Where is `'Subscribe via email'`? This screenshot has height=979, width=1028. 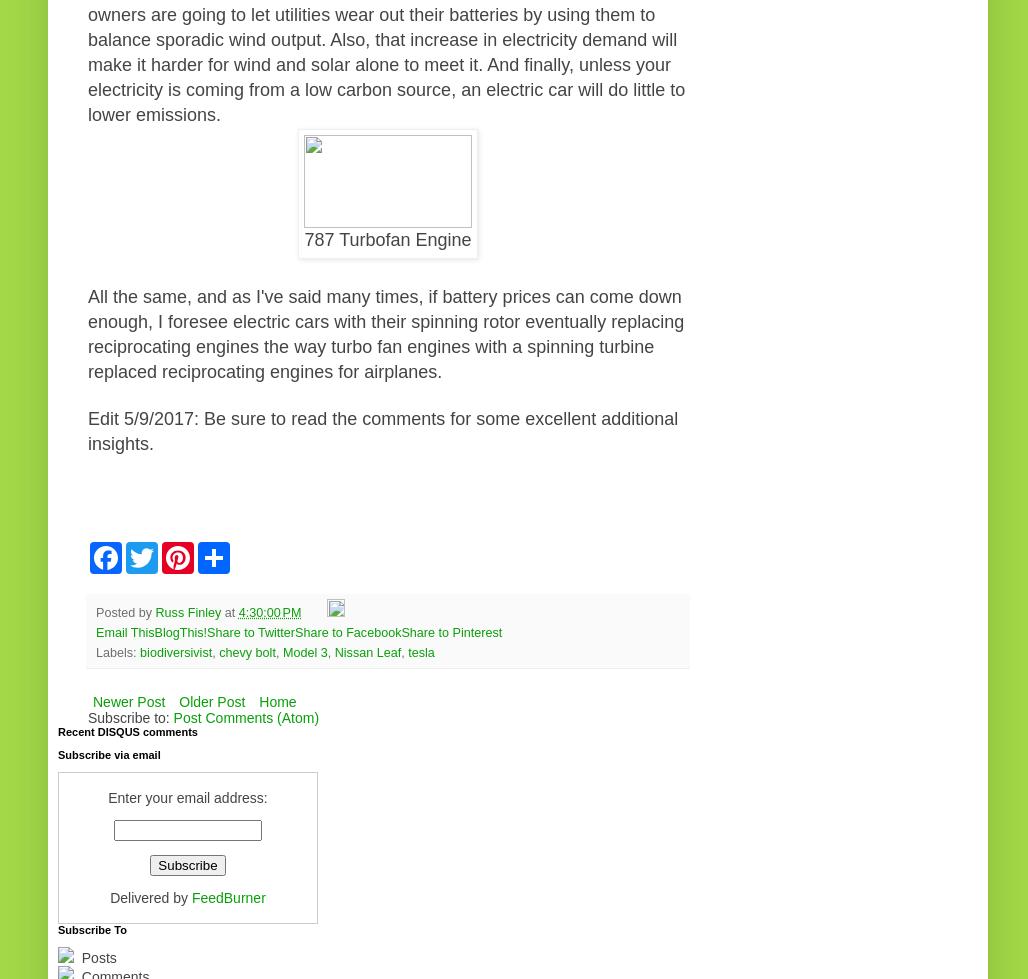
'Subscribe via email' is located at coordinates (107, 754).